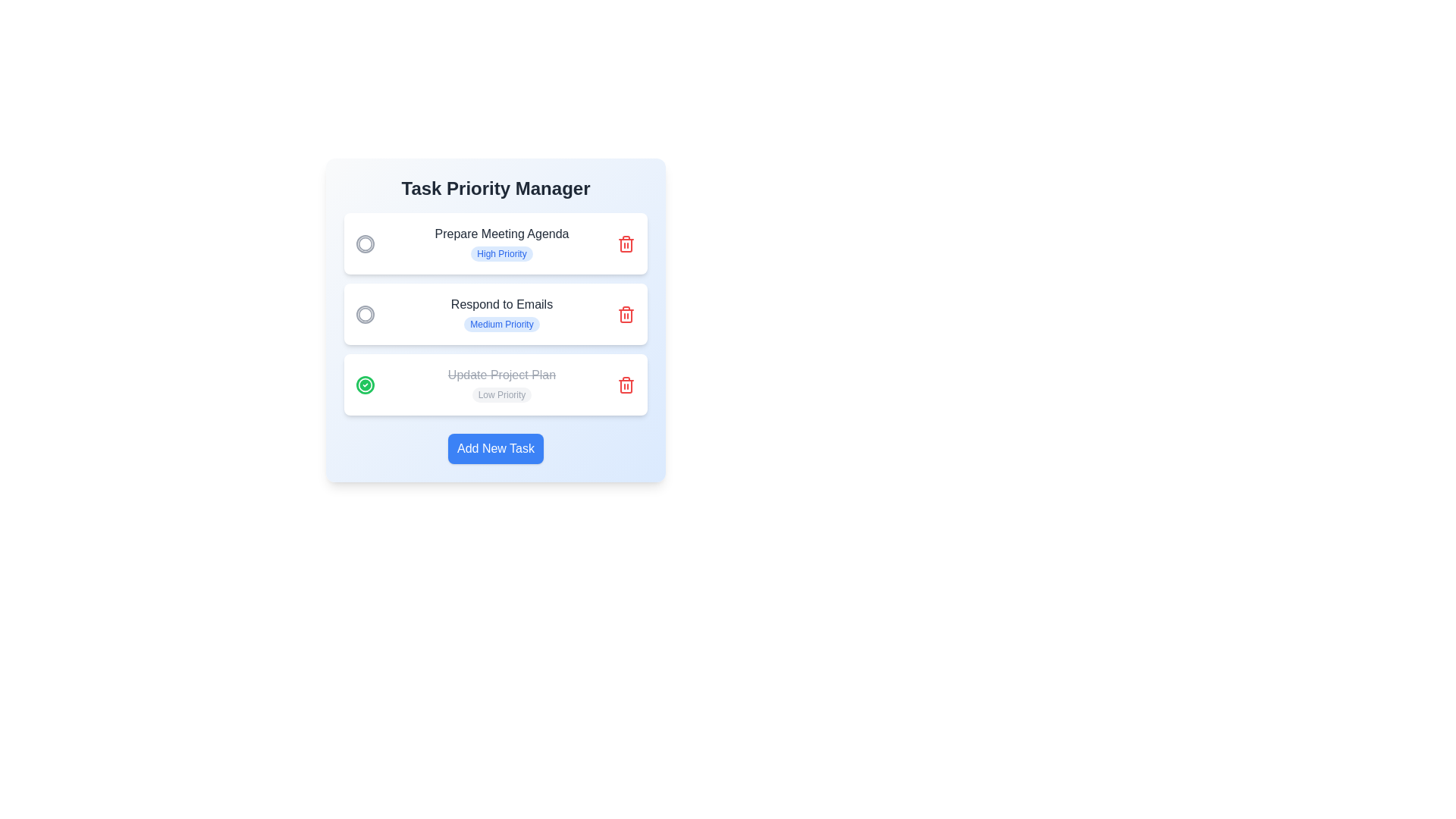  I want to click on the circular icon outlined with a thin gray border in the second position of the 'Task Priority Manager' interface, so click(365, 243).